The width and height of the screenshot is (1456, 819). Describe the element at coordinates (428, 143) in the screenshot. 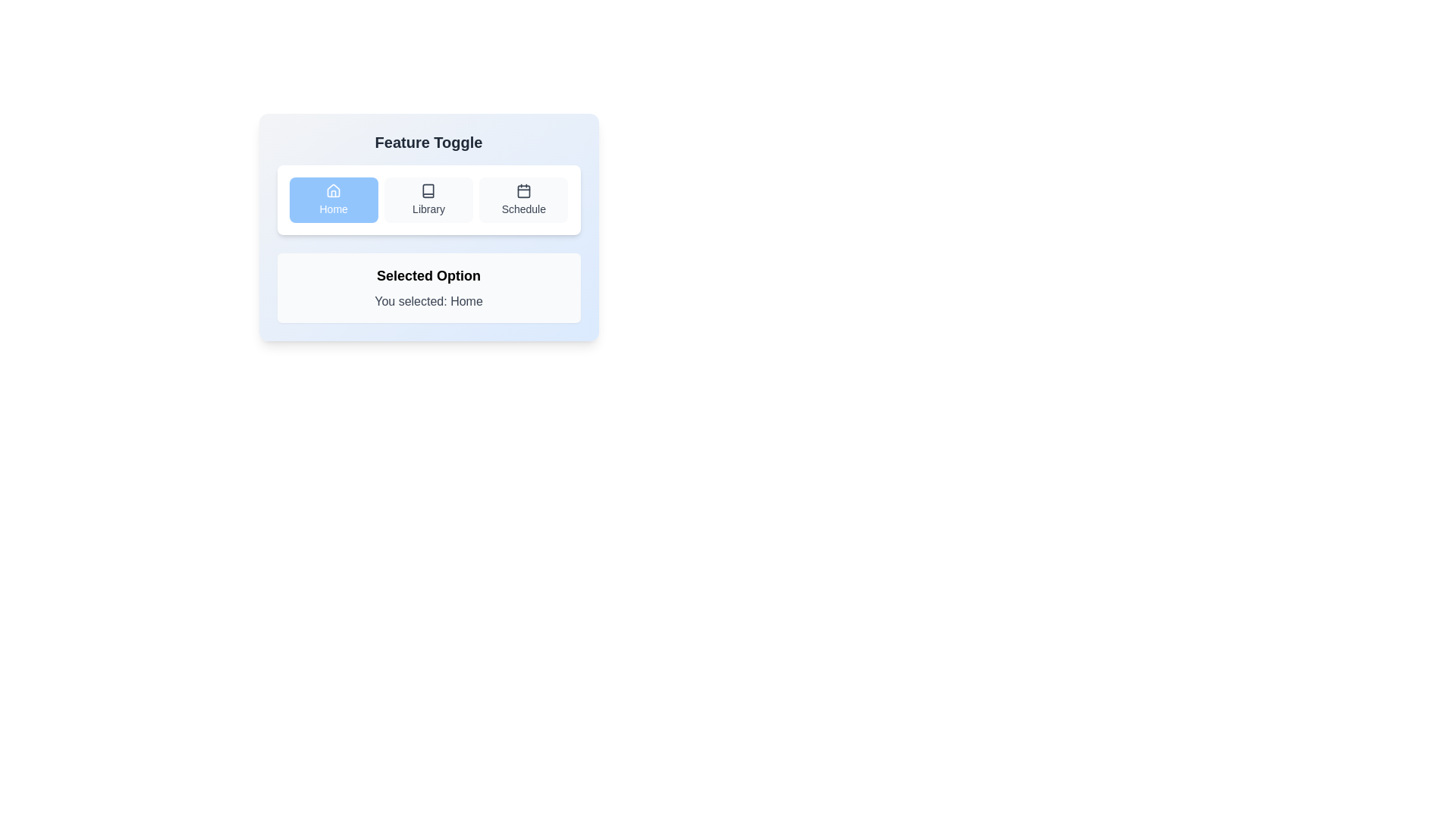

I see `the text label or heading at the top of the module, which serves as a title to help users identify the functionality or topic of the section` at that location.